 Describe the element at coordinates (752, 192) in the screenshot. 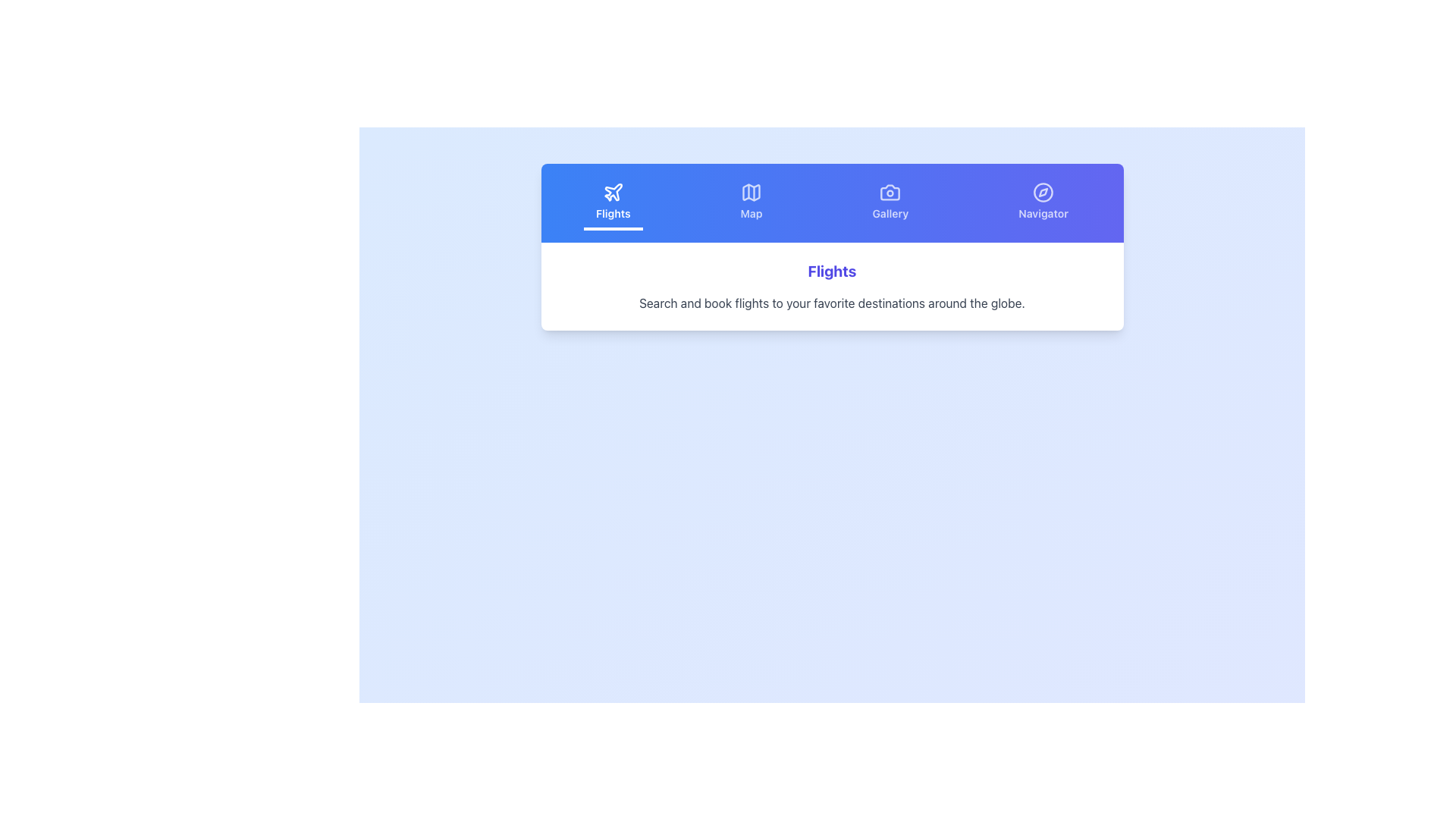

I see `the SVG icon representing the 'Map' navigation option in the horizontal navigation bar` at that location.